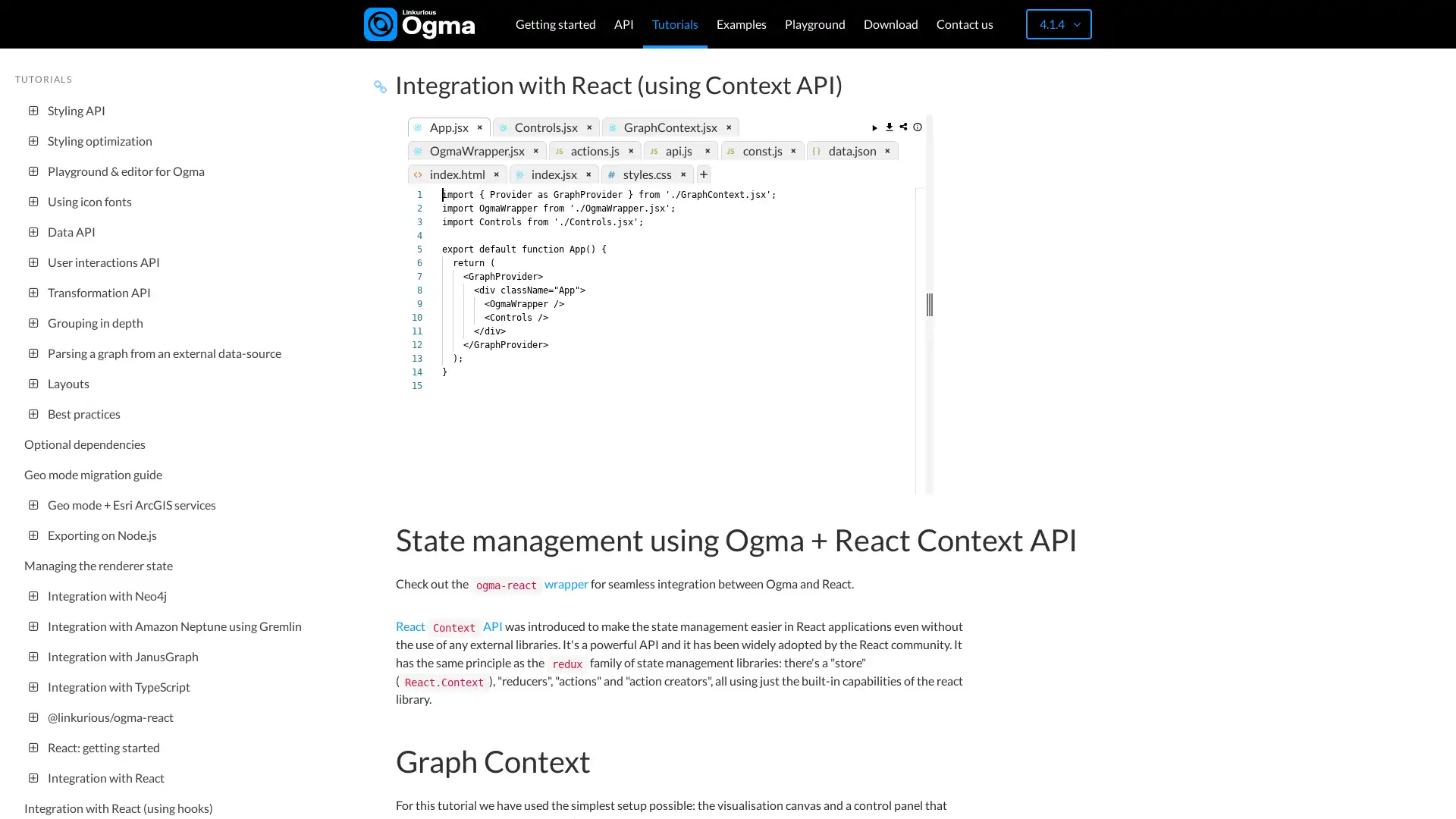  What do you see at coordinates (1058, 24) in the screenshot?
I see `4.1.4` at bounding box center [1058, 24].